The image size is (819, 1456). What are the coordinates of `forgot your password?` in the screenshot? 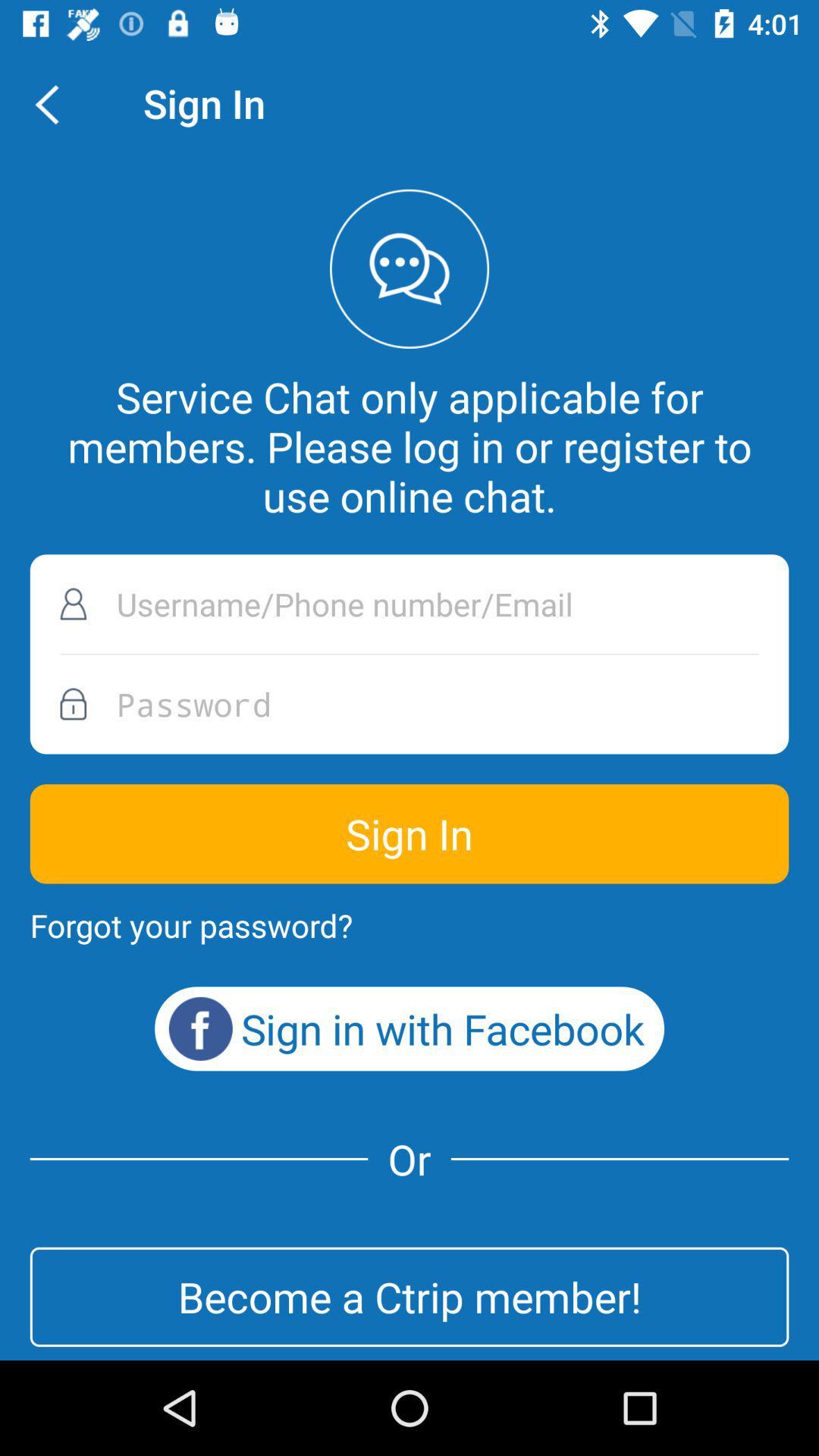 It's located at (190, 924).